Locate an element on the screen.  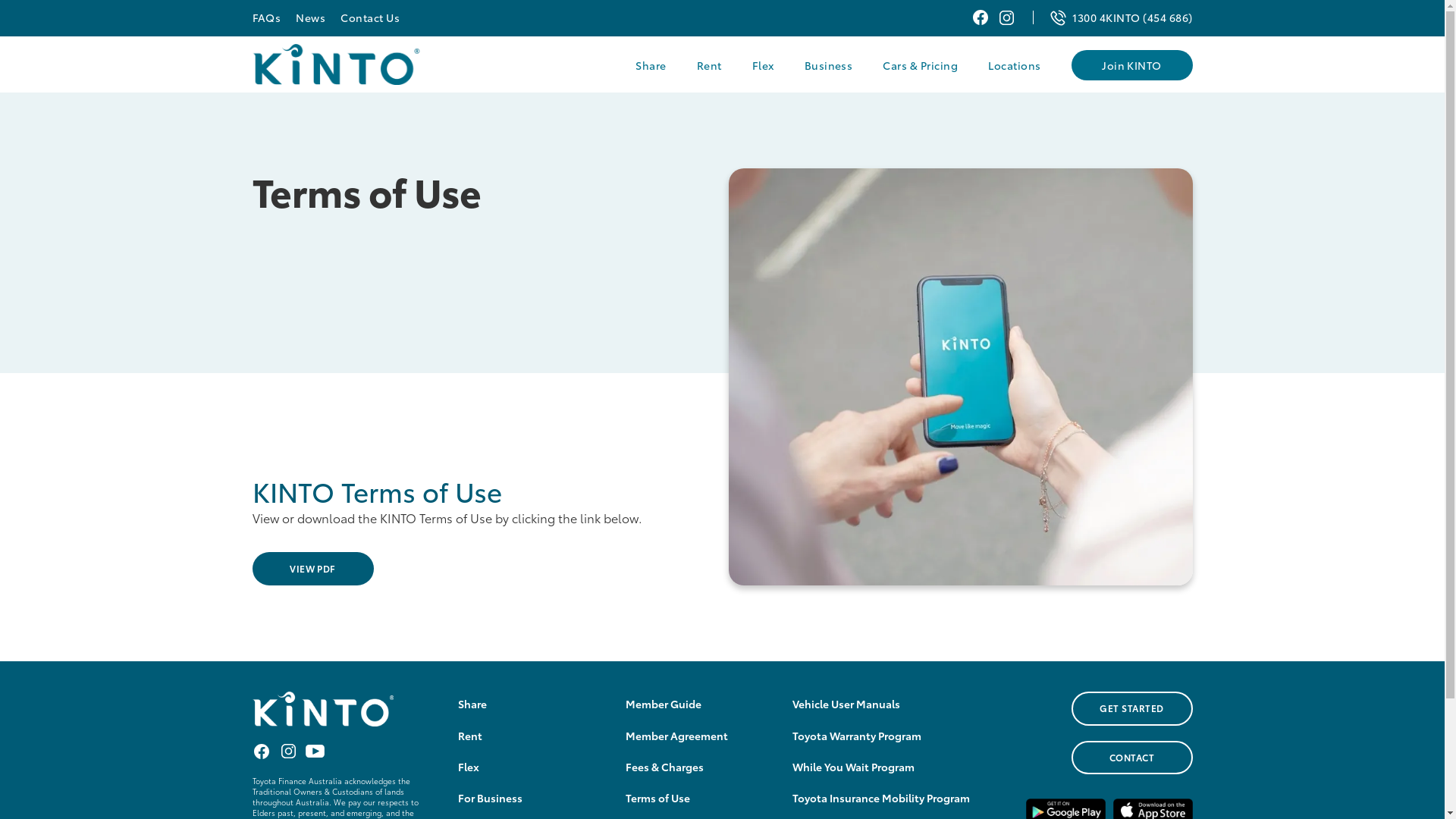
'Terms of Use' is located at coordinates (626, 797).